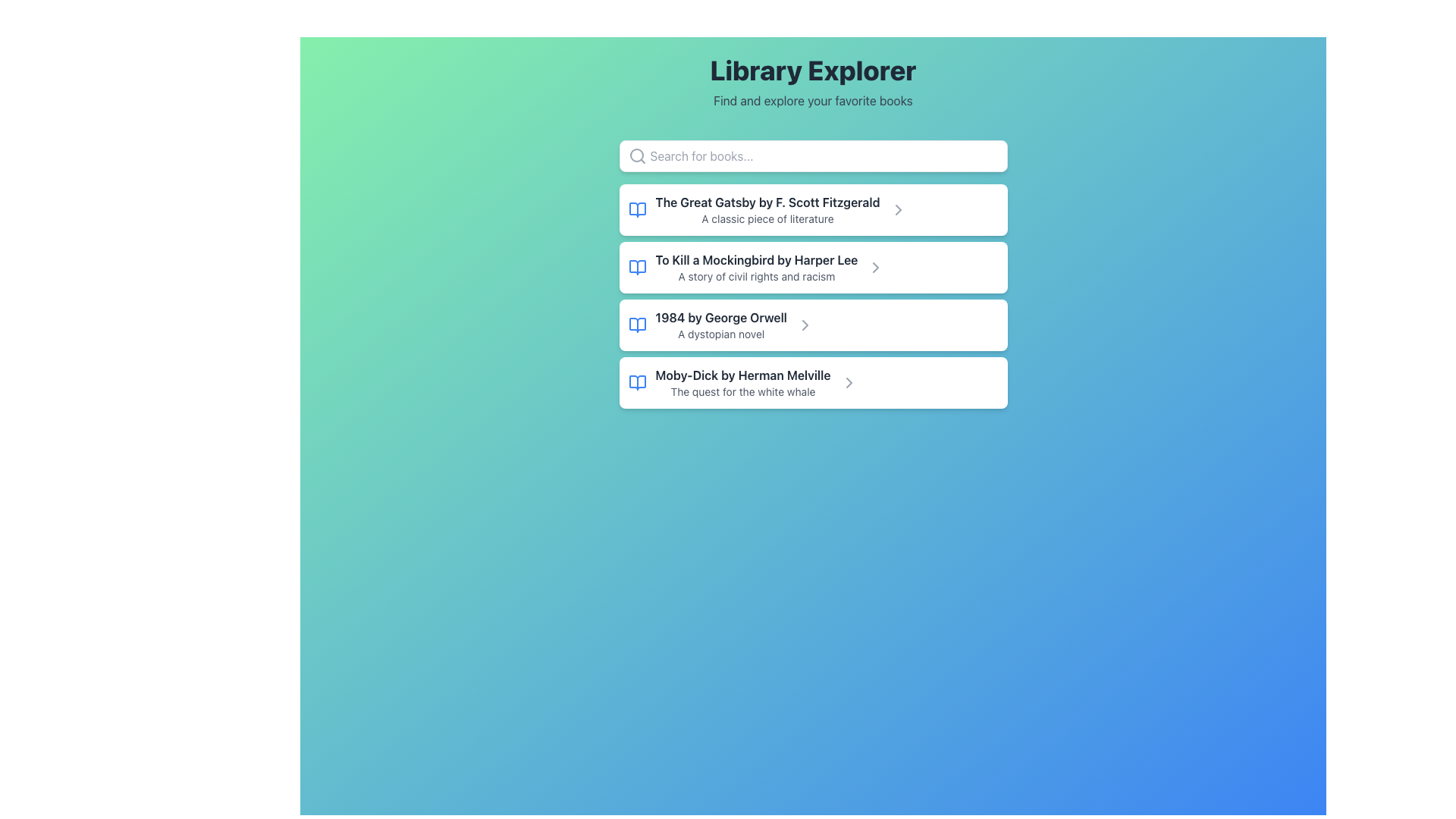 The width and height of the screenshot is (1456, 819). What do you see at coordinates (720, 317) in the screenshot?
I see `title text '1984 by George Orwell' located in the third row of the book list, which is positioned directly above the description 'A dystopian novel' and below 'To Kill a Mockingbird by Harper Lee'` at bounding box center [720, 317].